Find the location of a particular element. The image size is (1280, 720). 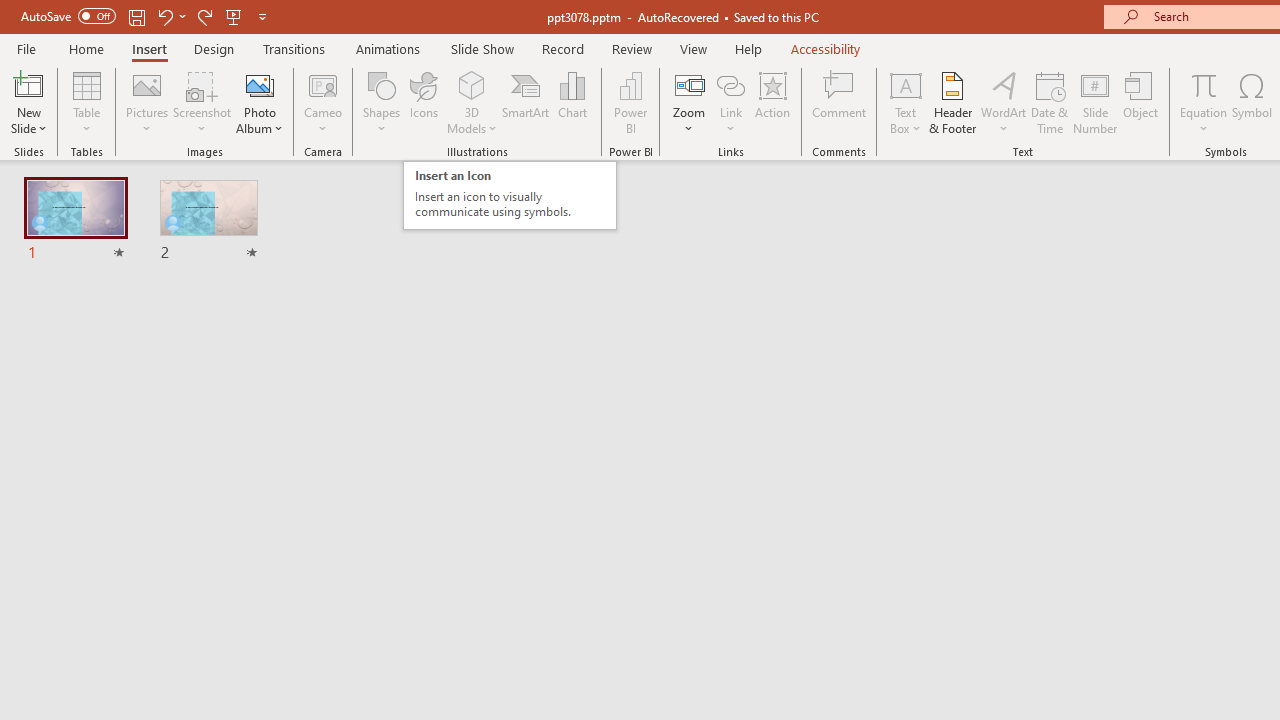

'Link' is located at coordinates (730, 84).